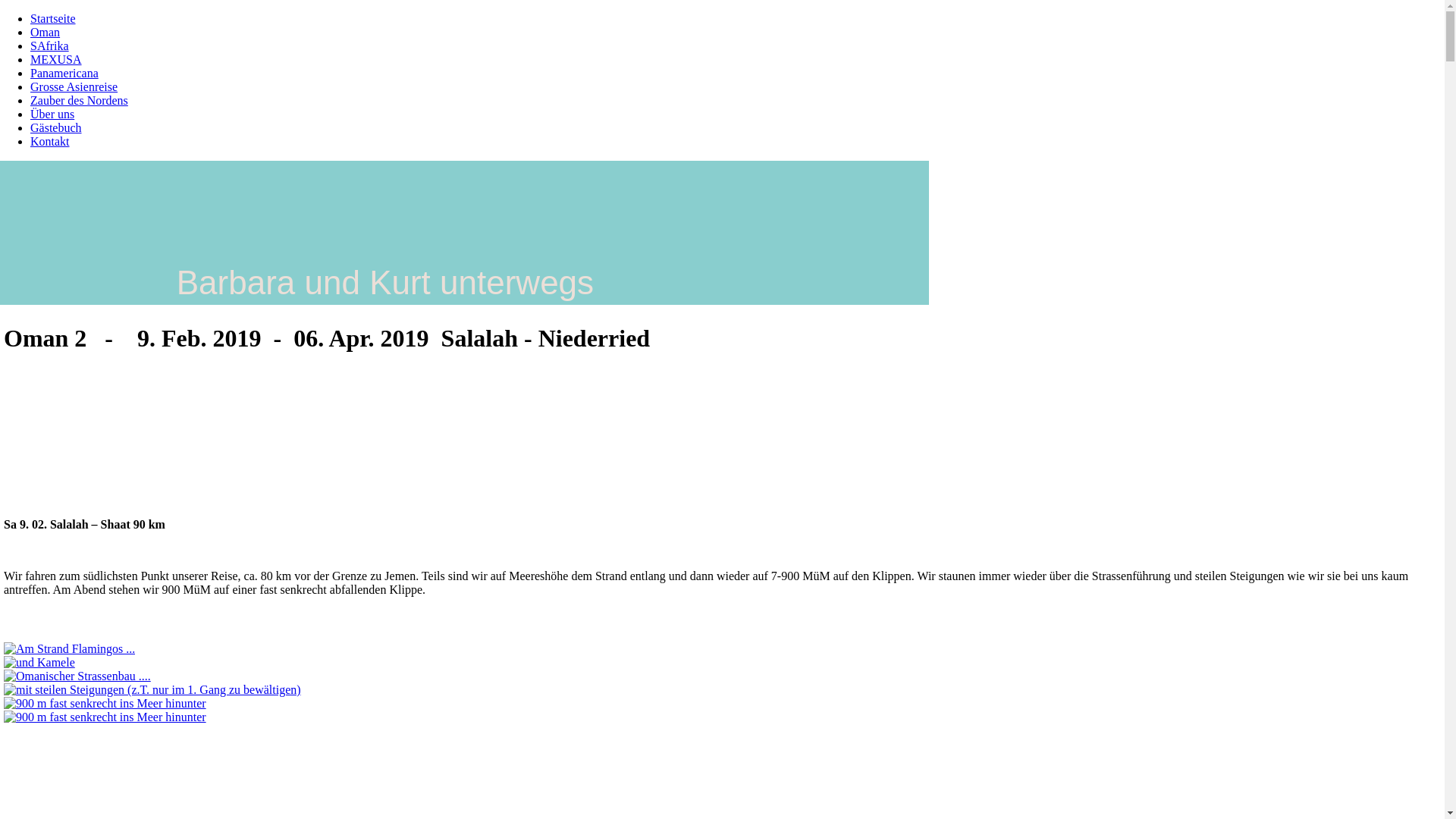  I want to click on 'Grosse Asienreise', so click(73, 86).